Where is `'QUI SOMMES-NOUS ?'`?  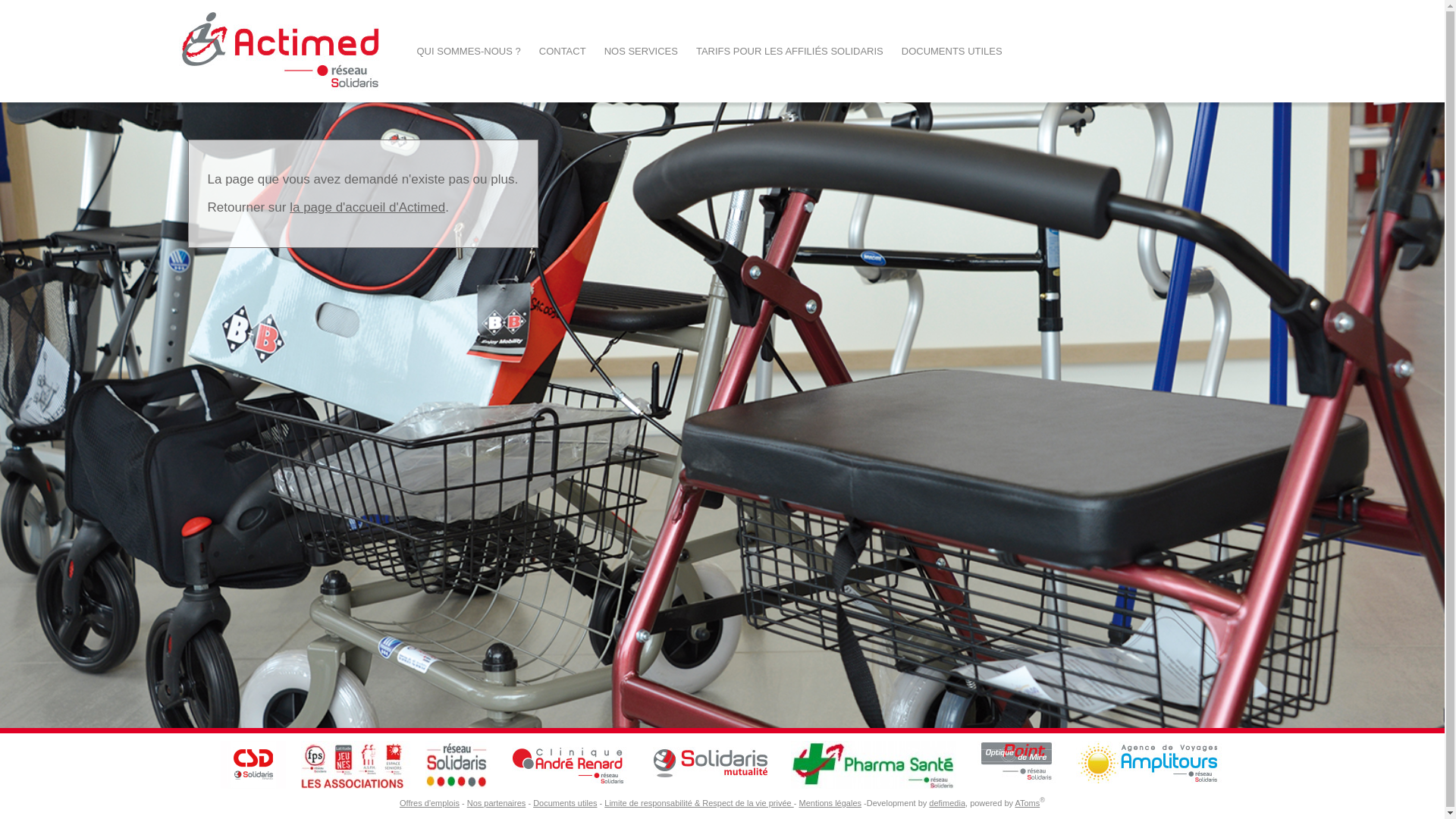
'QUI SOMMES-NOUS ?' is located at coordinates (468, 50).